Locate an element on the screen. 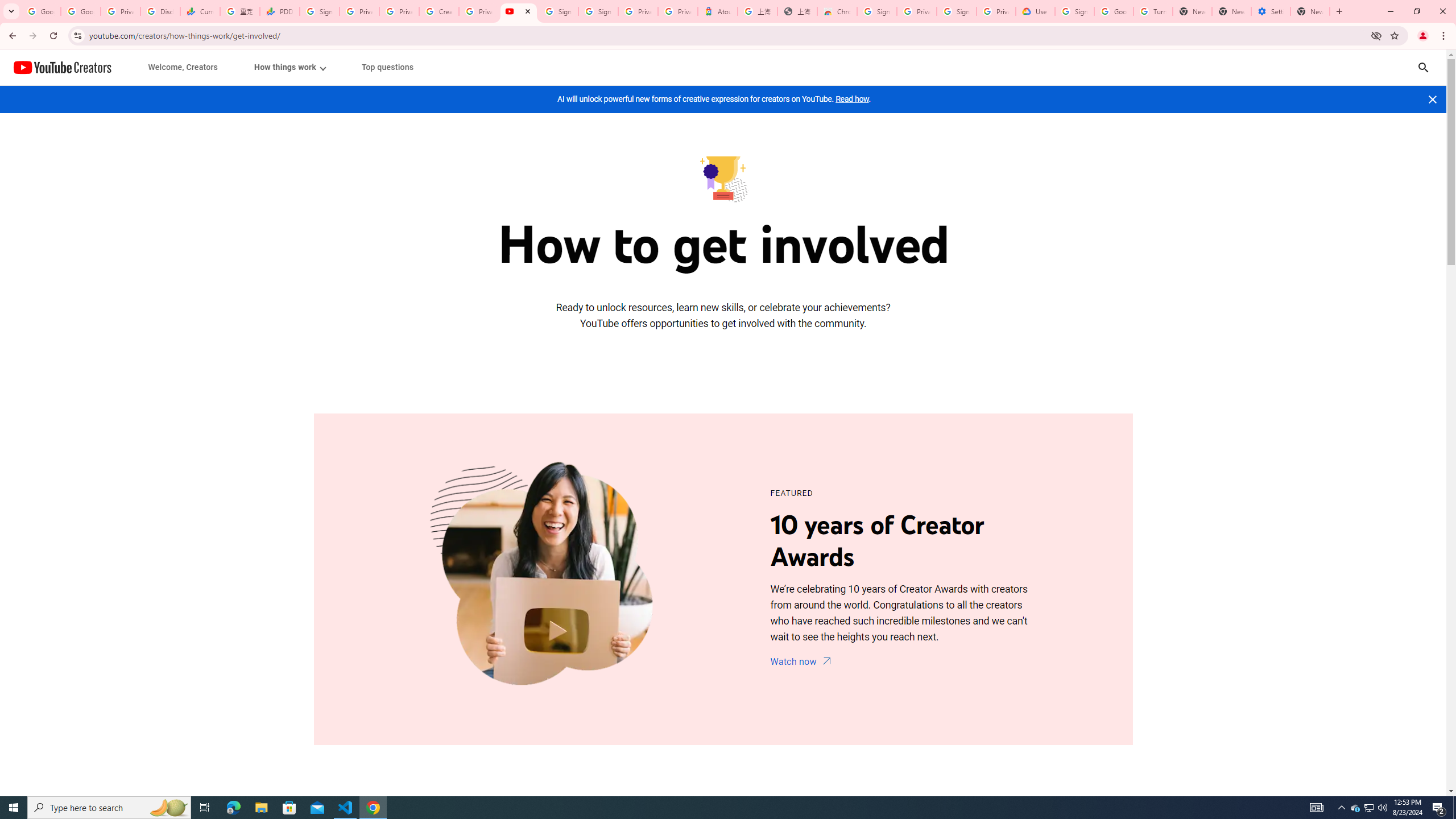 This screenshot has width=1456, height=819. 'PDD Holdings Inc - ADR (PDD) Price & News - Google Finance' is located at coordinates (279, 11).